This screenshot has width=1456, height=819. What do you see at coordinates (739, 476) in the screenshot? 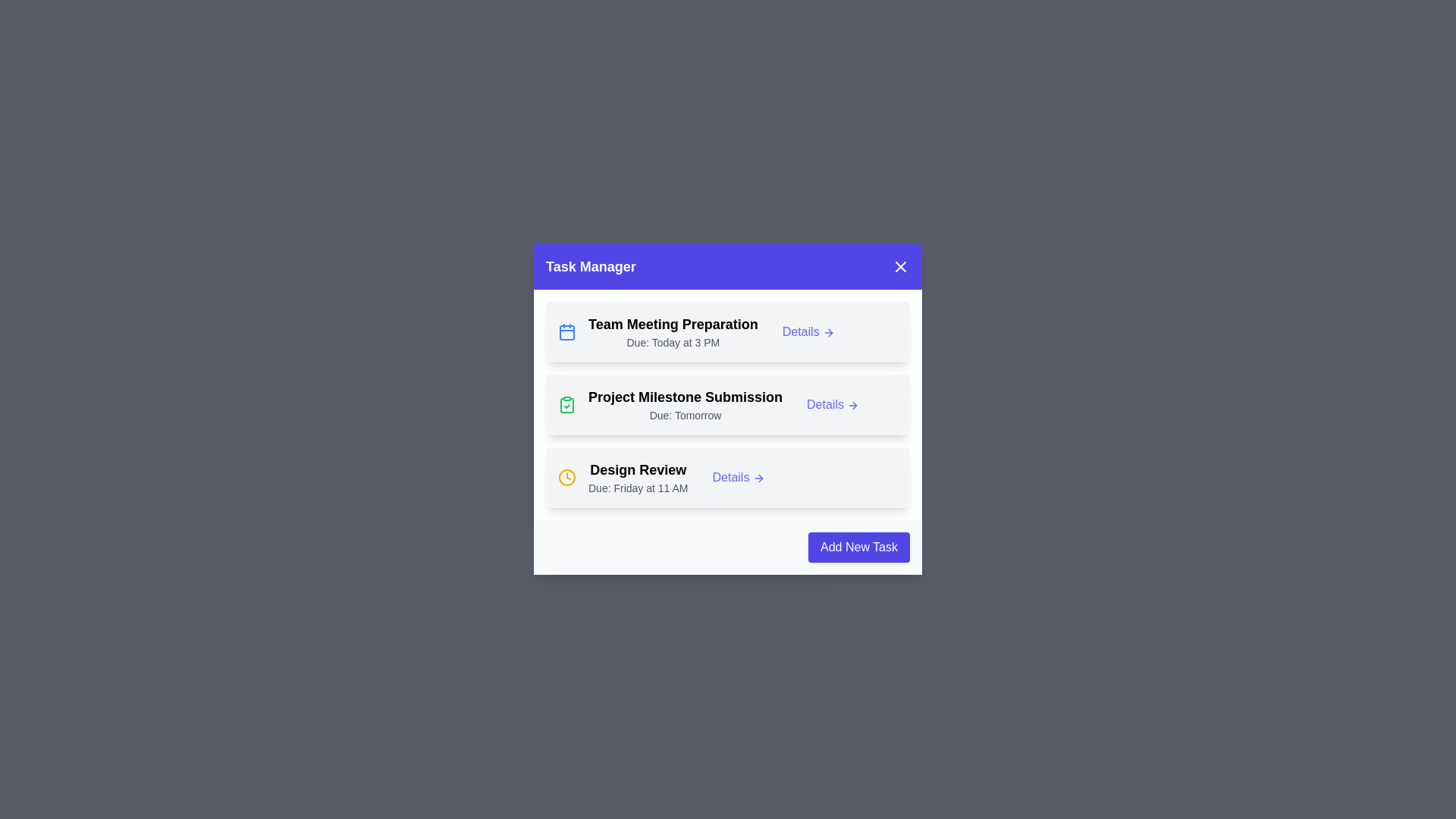
I see `the button that triggers the action` at bounding box center [739, 476].